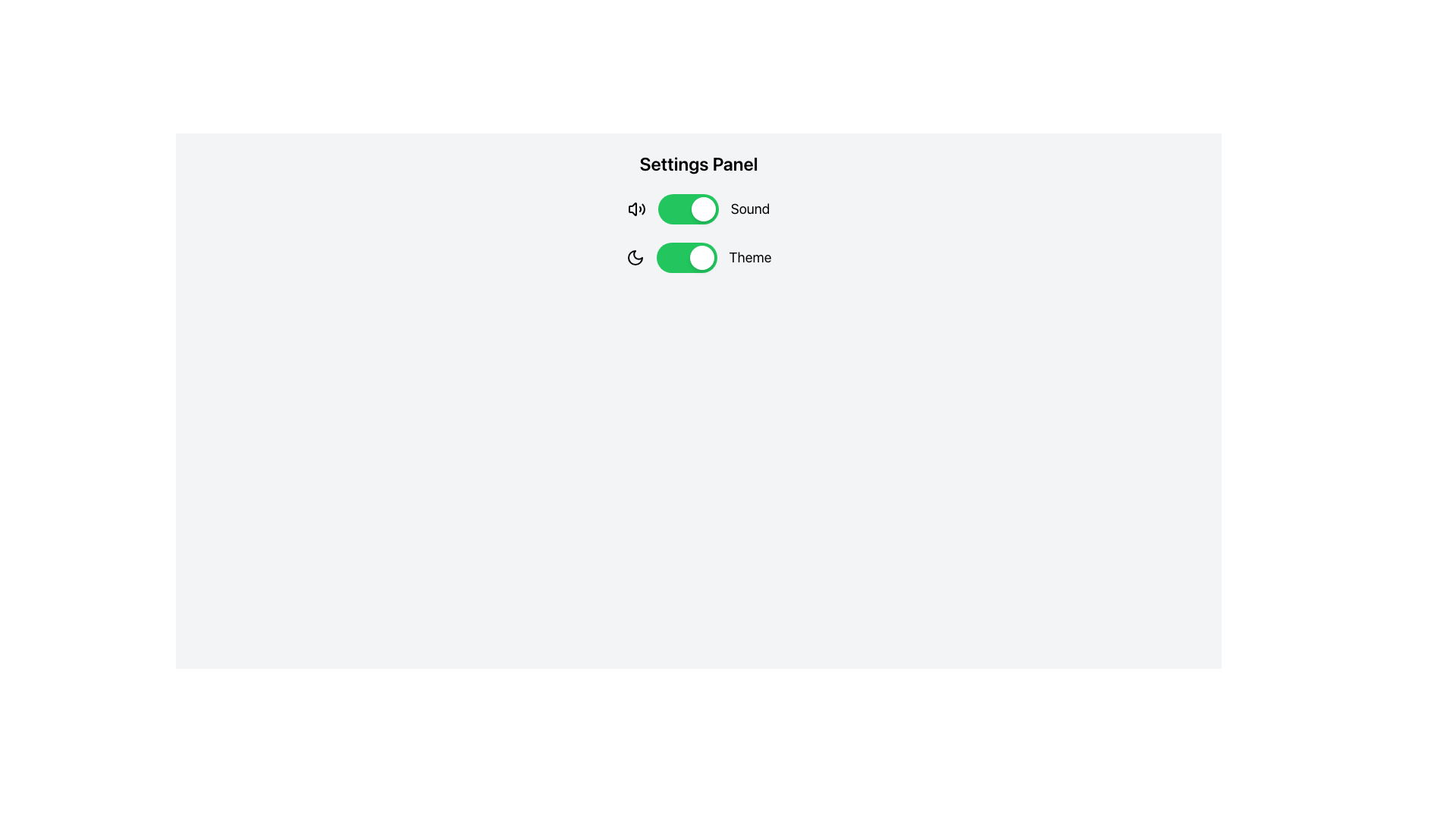 The height and width of the screenshot is (819, 1456). Describe the element at coordinates (632, 209) in the screenshot. I see `the associated sound toggle by interacting with the speaker-shaped icon located at the top left of the sound toggle switch` at that location.